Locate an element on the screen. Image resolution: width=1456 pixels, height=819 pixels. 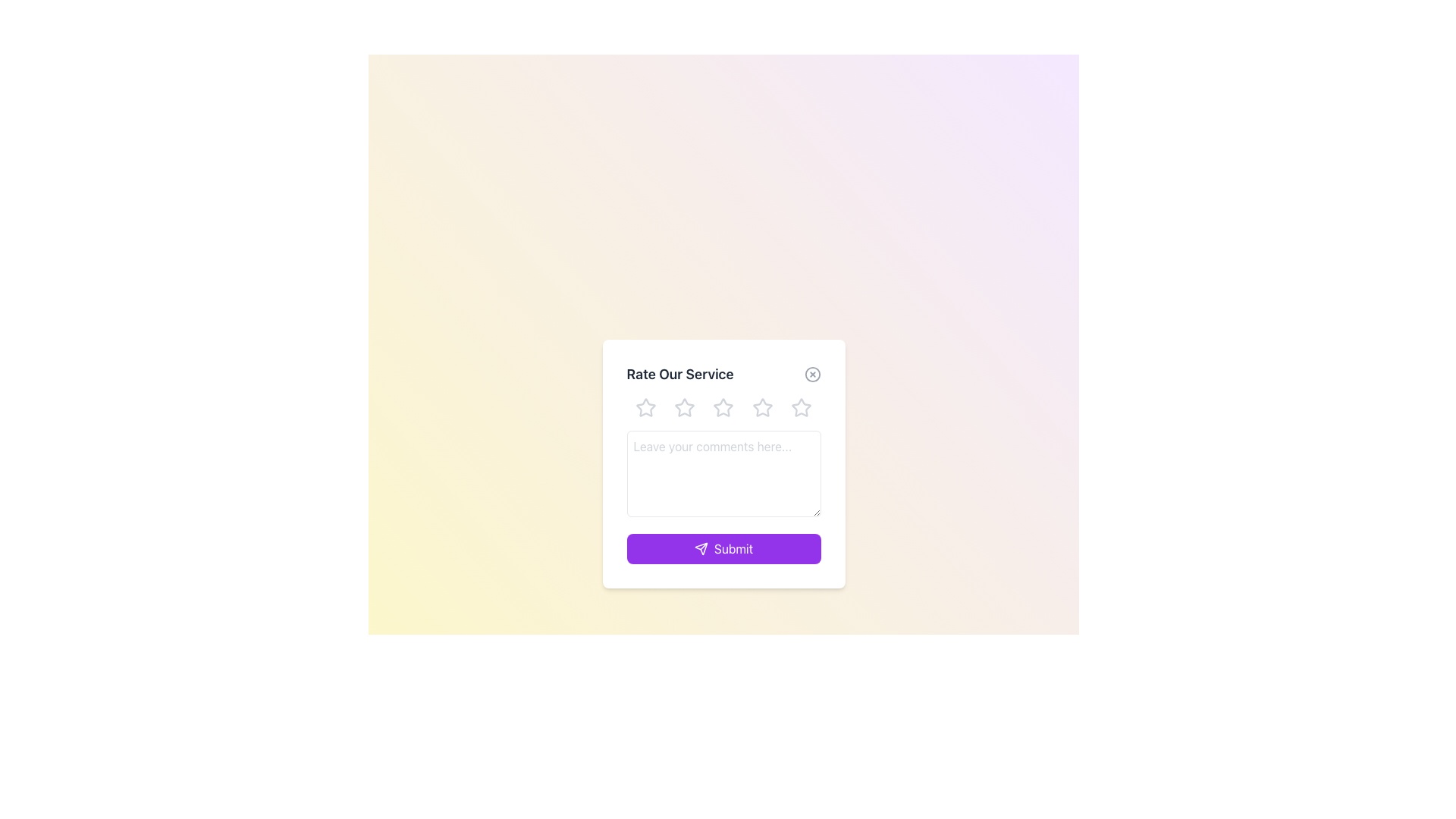
the third star icon in a horizontal row of five identical stars to trigger the hover effects is located at coordinates (723, 406).